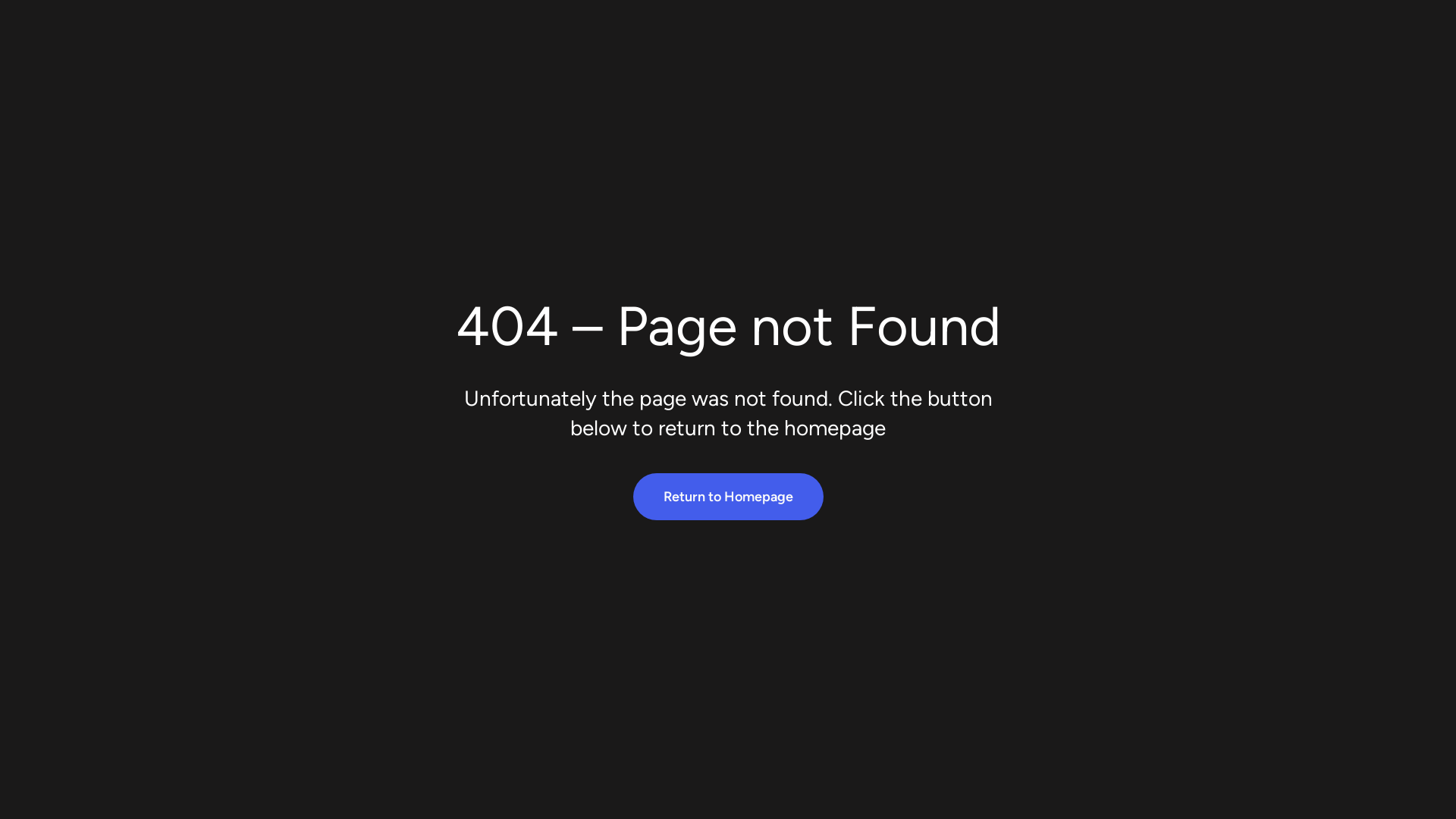 The height and width of the screenshot is (819, 1456). Describe the element at coordinates (726, 497) in the screenshot. I see `'Return to Homepage'` at that location.